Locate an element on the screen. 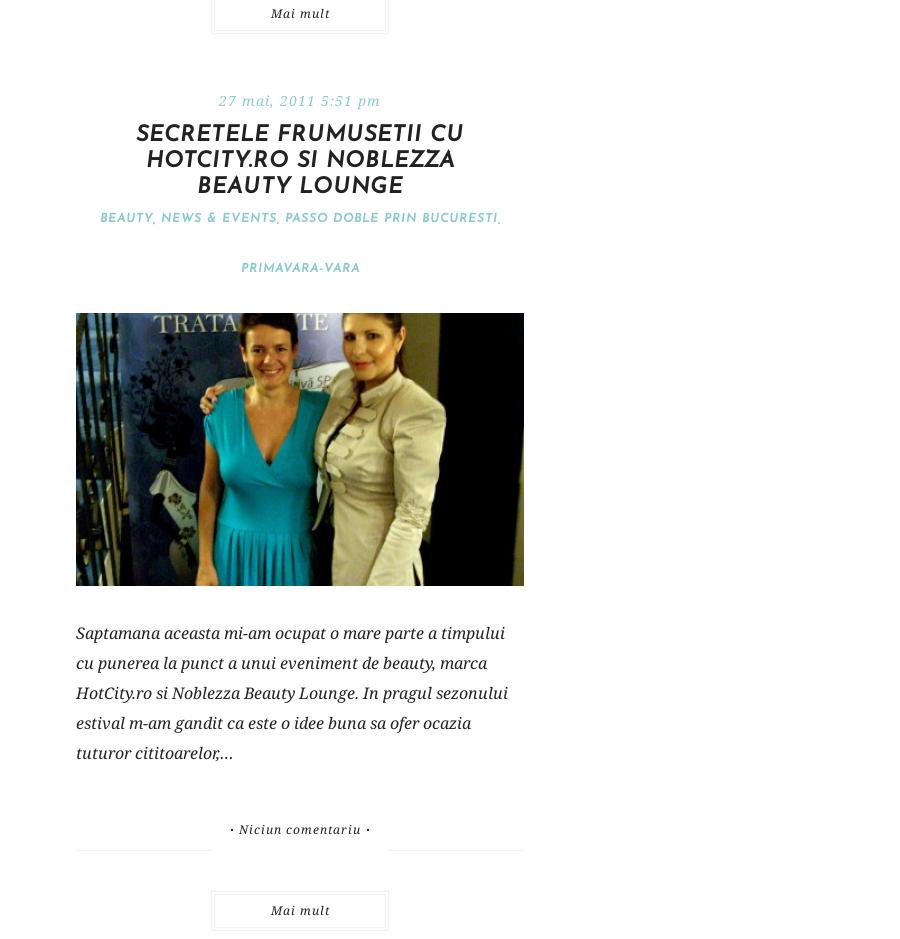 The height and width of the screenshot is (939, 900). 'Saptamana aceasta mi-am ocupat o mare parte a timpului cu punerea la punct a unui eveniment de beauty, marca HotCity.ro si Noblezza Beauty Lounge. In pragul sezonului estival m-am gandit ca este o idee buna sa ofer ocazia tuturor cititoarelor,…' is located at coordinates (74, 691).